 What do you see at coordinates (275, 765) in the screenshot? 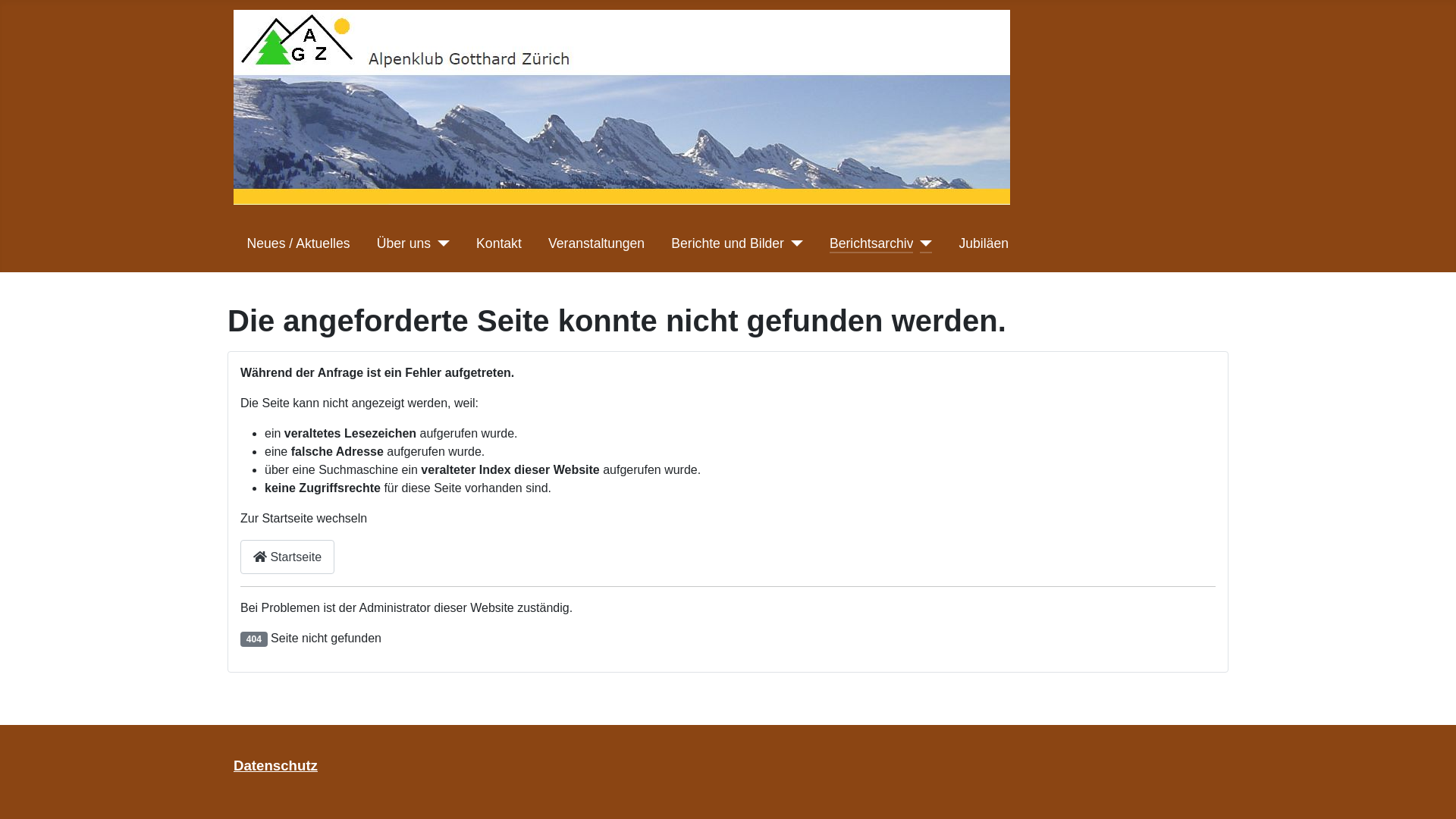
I see `'Datenschutz'` at bounding box center [275, 765].